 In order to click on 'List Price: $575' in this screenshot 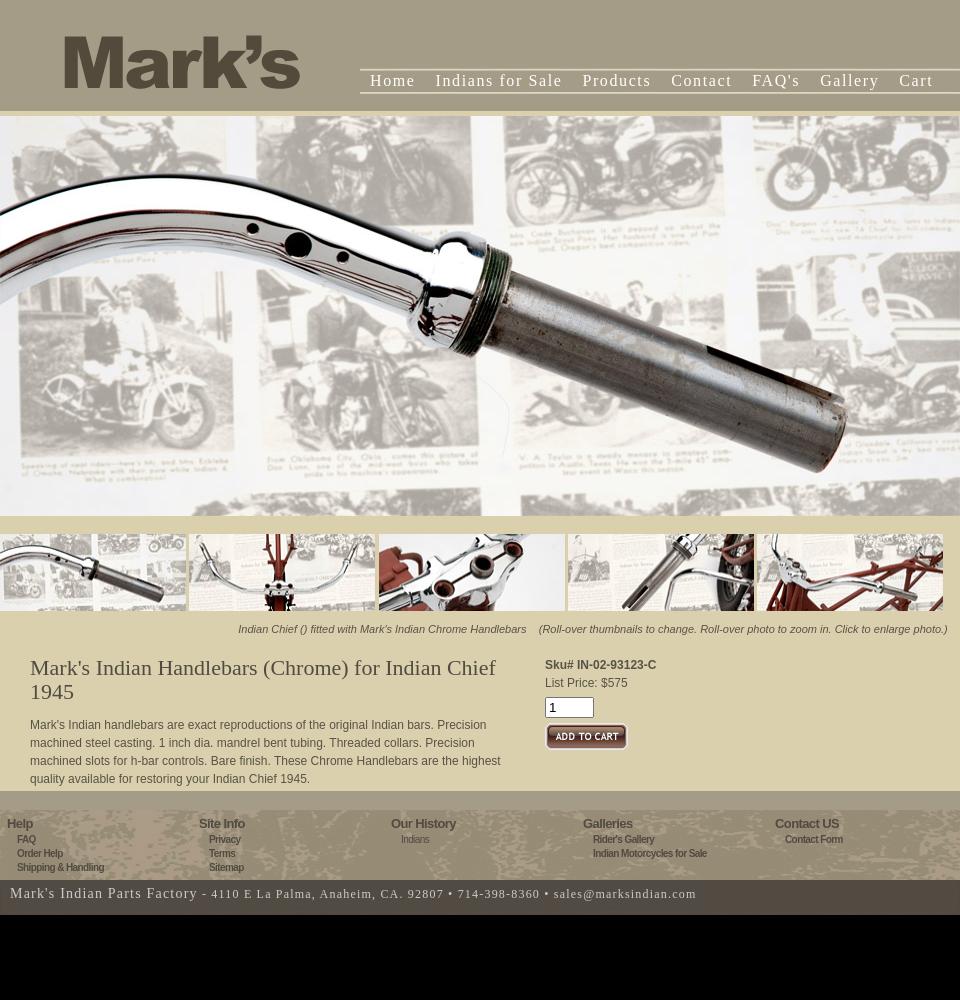, I will do `click(544, 683)`.